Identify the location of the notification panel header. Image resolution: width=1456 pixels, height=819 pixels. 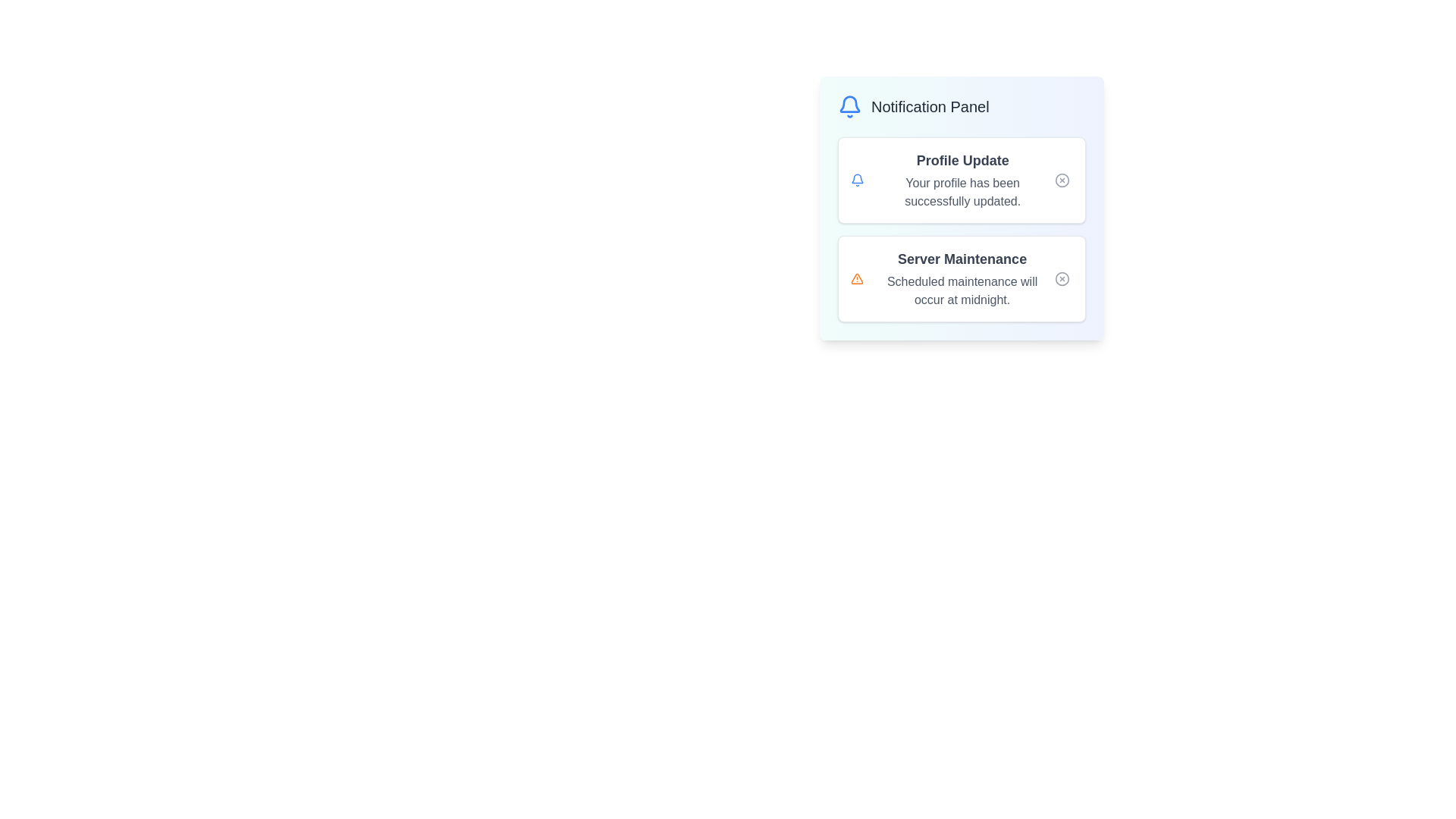
(961, 106).